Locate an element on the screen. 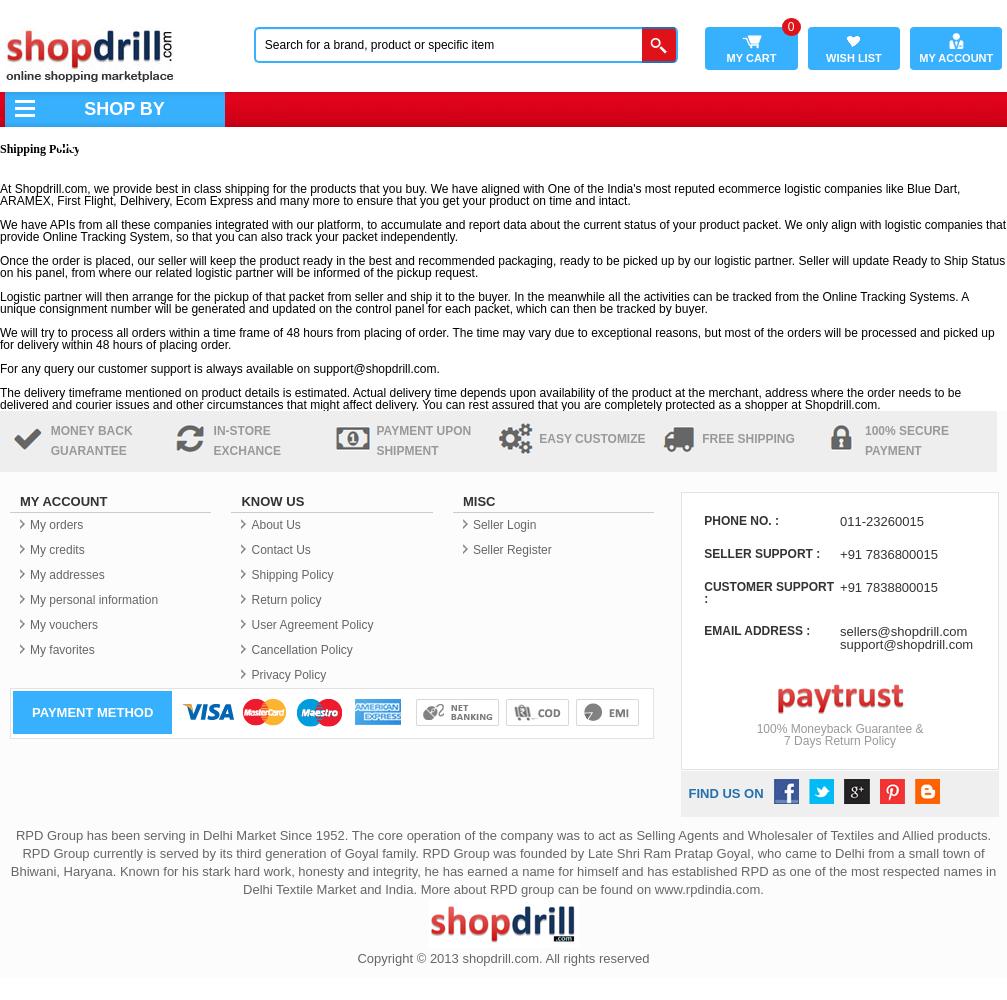 This screenshot has width=1007, height=1000. 'My orders' is located at coordinates (56, 525).